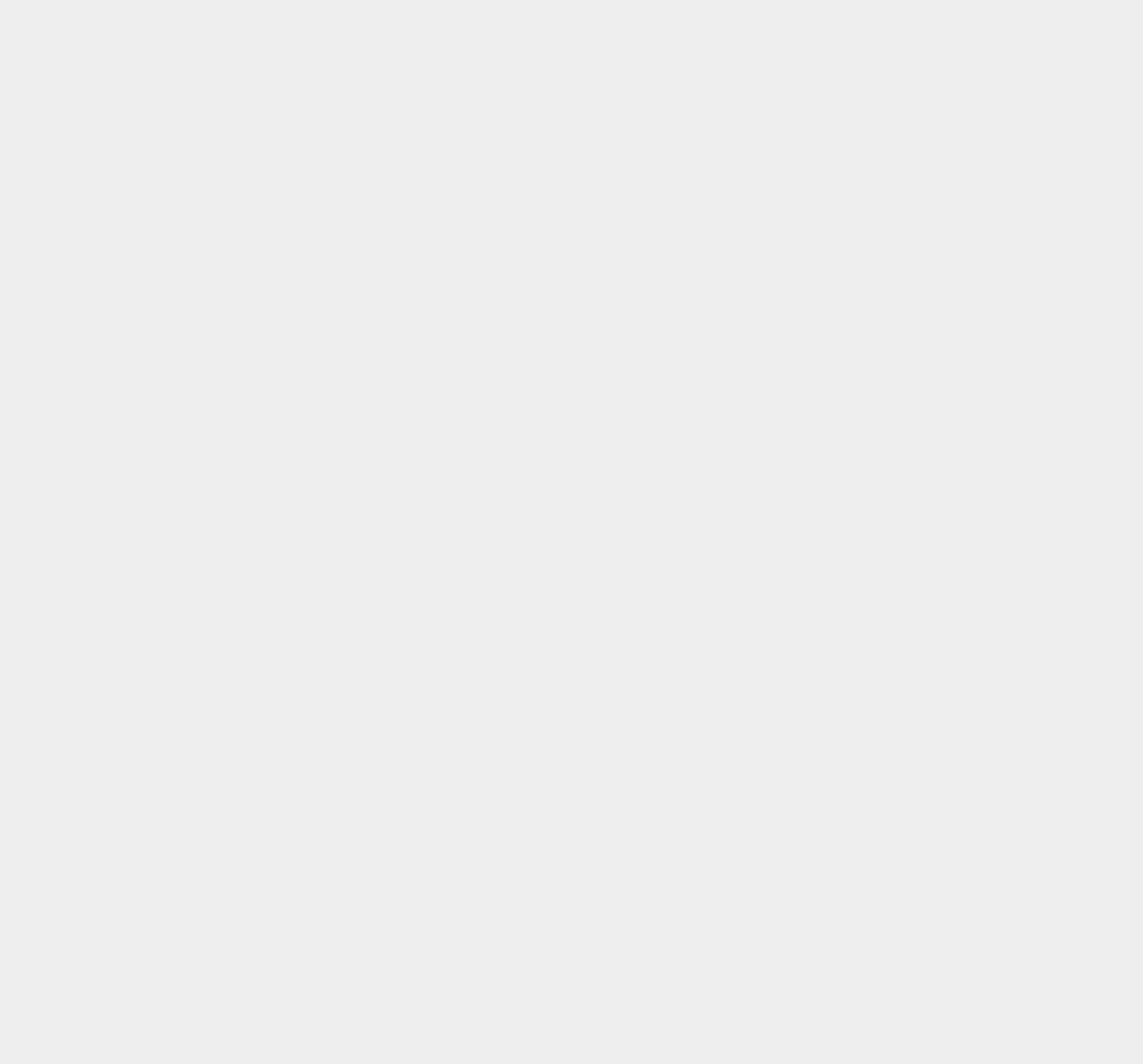 This screenshot has height=1064, width=1143. Describe the element at coordinates (819, 476) in the screenshot. I see `'ZTE'` at that location.